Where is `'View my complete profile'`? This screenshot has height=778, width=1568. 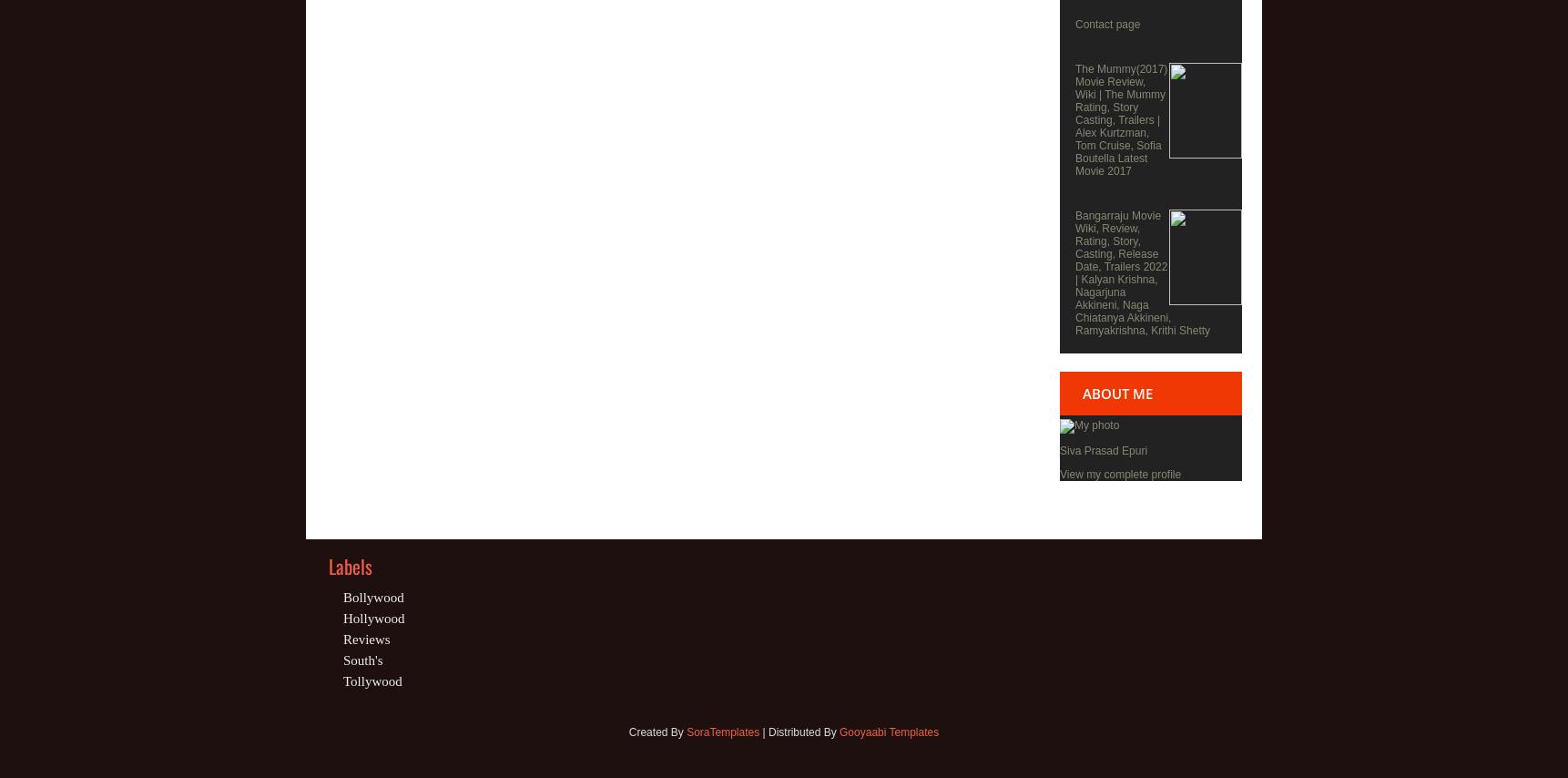 'View my complete profile' is located at coordinates (1120, 474).